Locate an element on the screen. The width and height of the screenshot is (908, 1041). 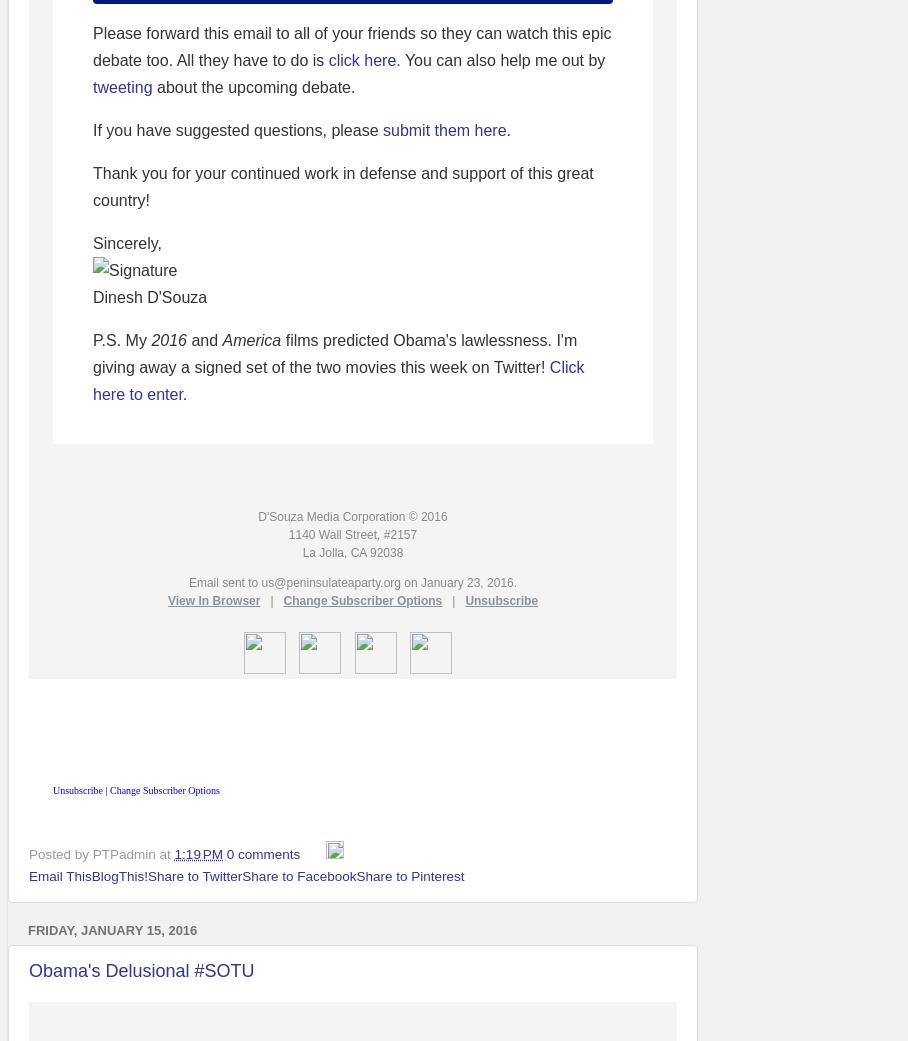
'about the upcoming debate.' is located at coordinates (252, 86).